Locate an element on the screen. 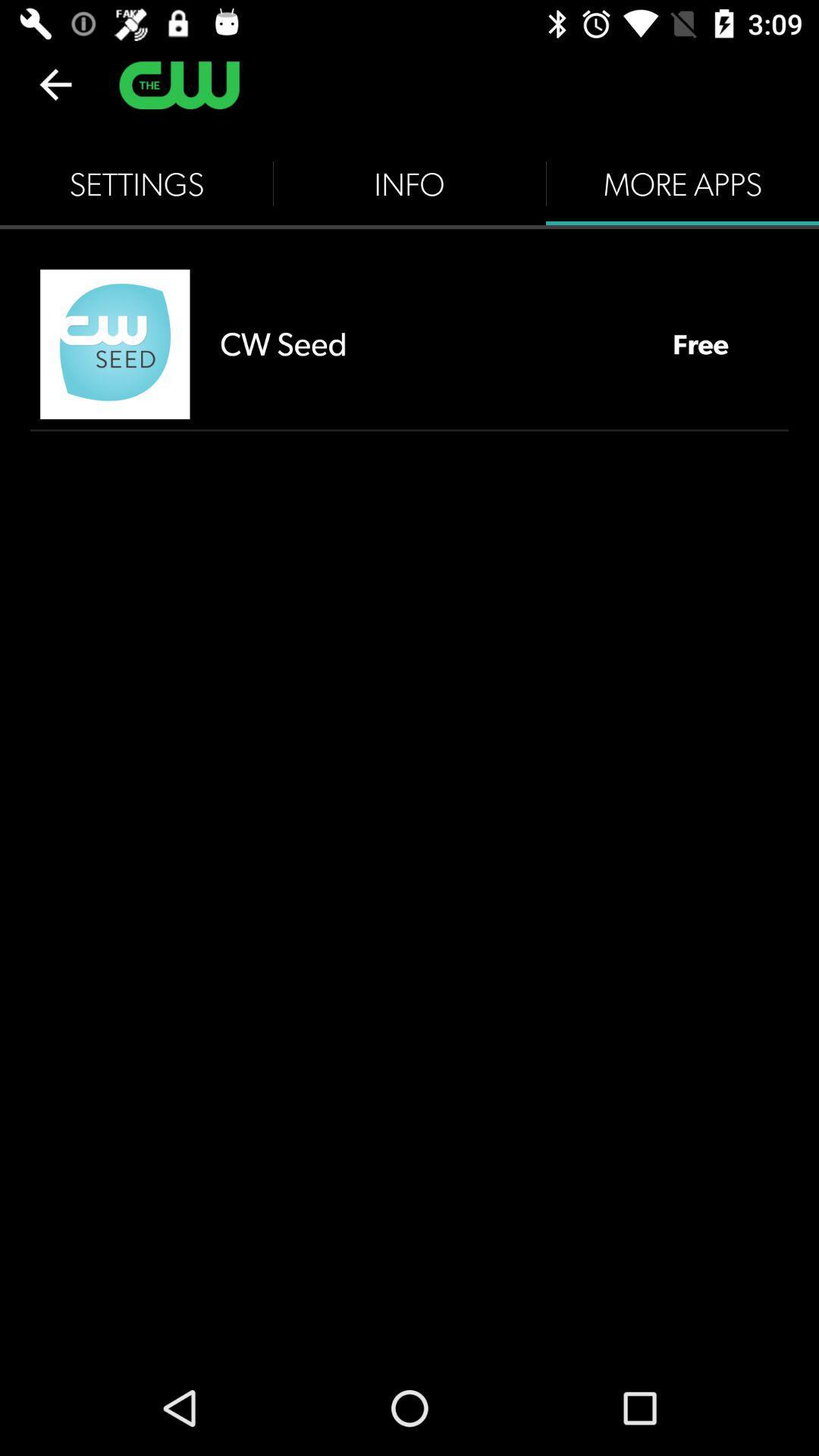 The width and height of the screenshot is (819, 1456). the settings is located at coordinates (136, 184).